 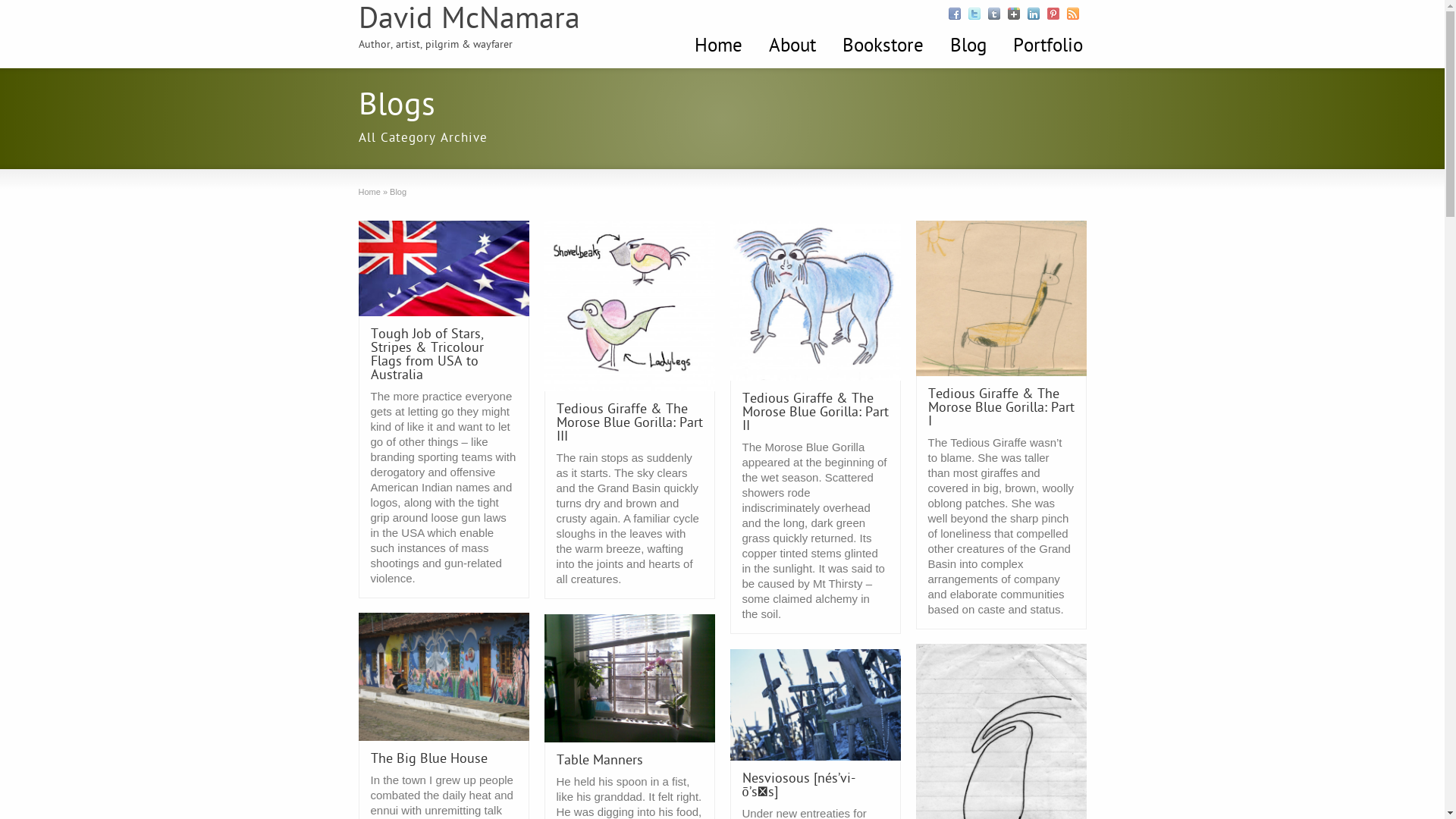 I want to click on 'Permanent Link to Table Manners', so click(x=629, y=677).